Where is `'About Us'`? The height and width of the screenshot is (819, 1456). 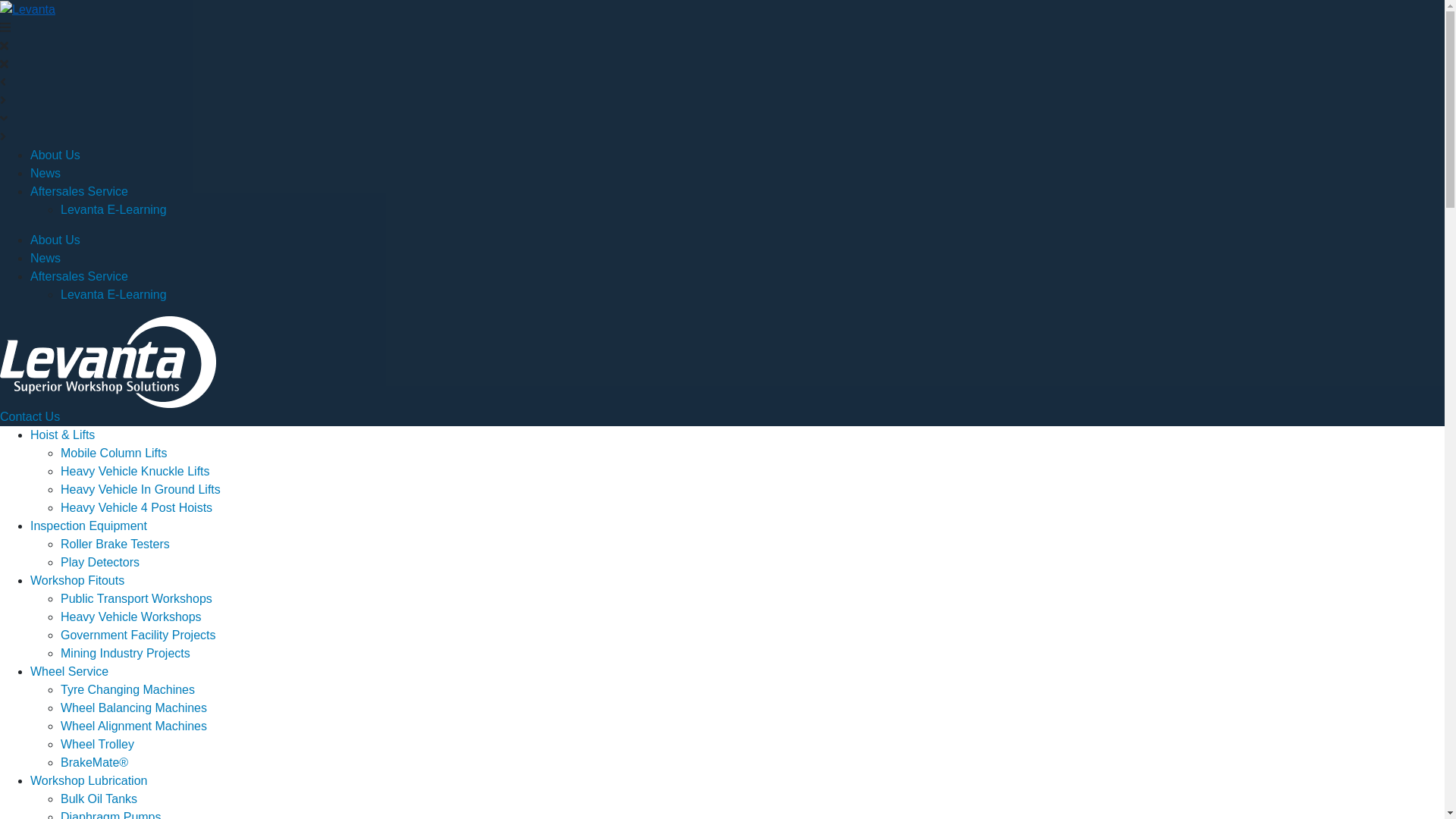 'About Us' is located at coordinates (55, 155).